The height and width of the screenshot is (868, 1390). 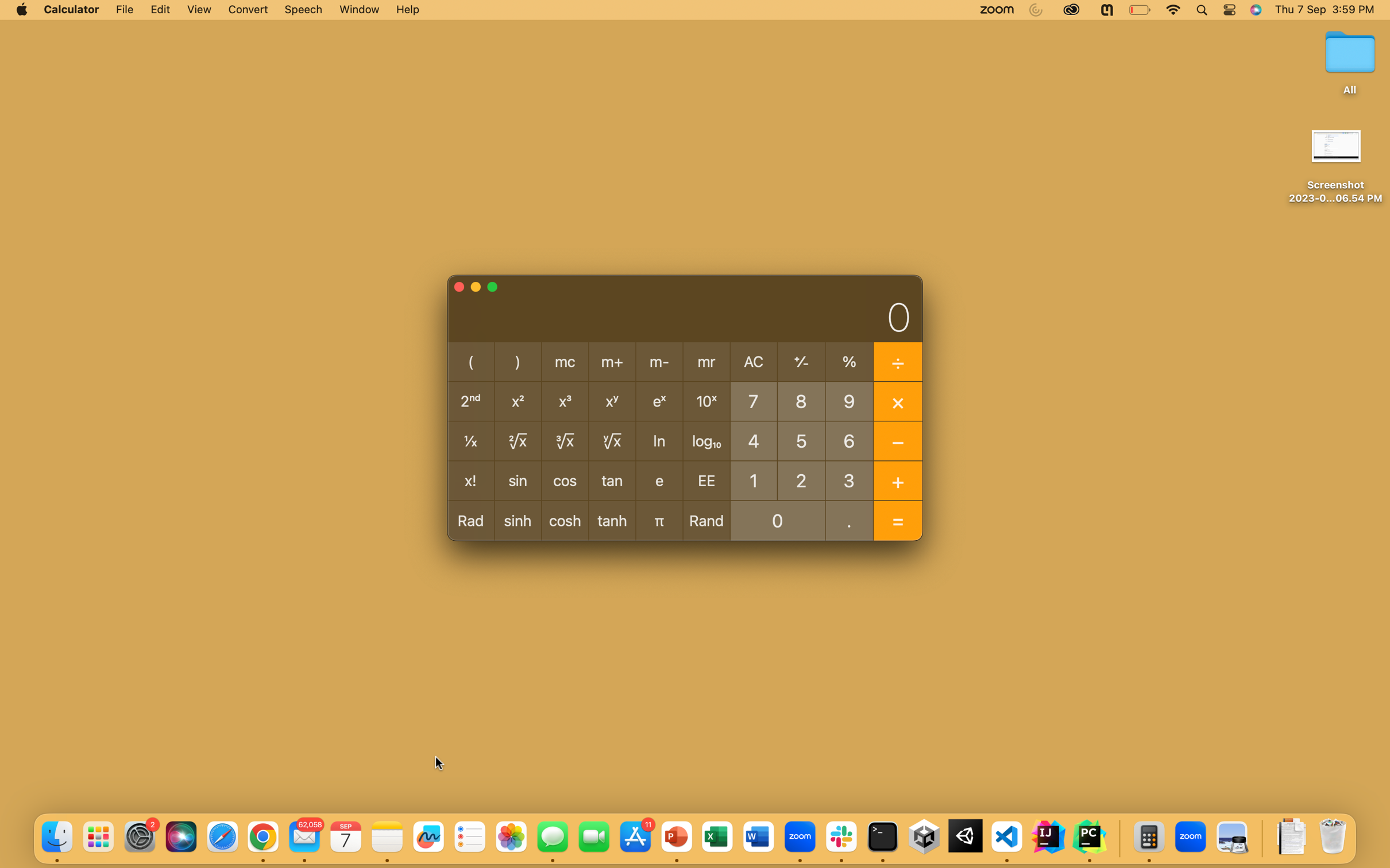 What do you see at coordinates (848, 440) in the screenshot?
I see `the root of 64 square` at bounding box center [848, 440].